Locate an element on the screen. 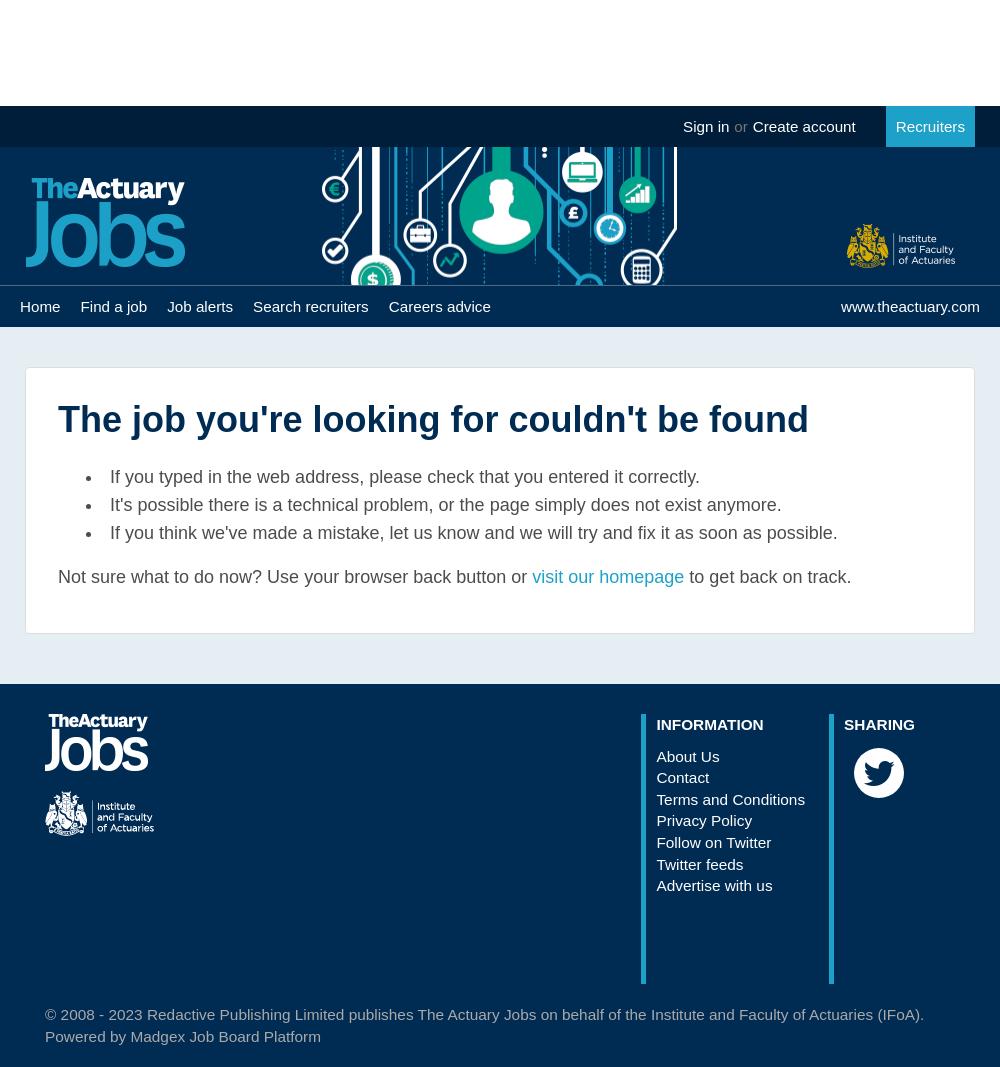 The image size is (1000, 1067). 'Twitter feeds' is located at coordinates (656, 862).